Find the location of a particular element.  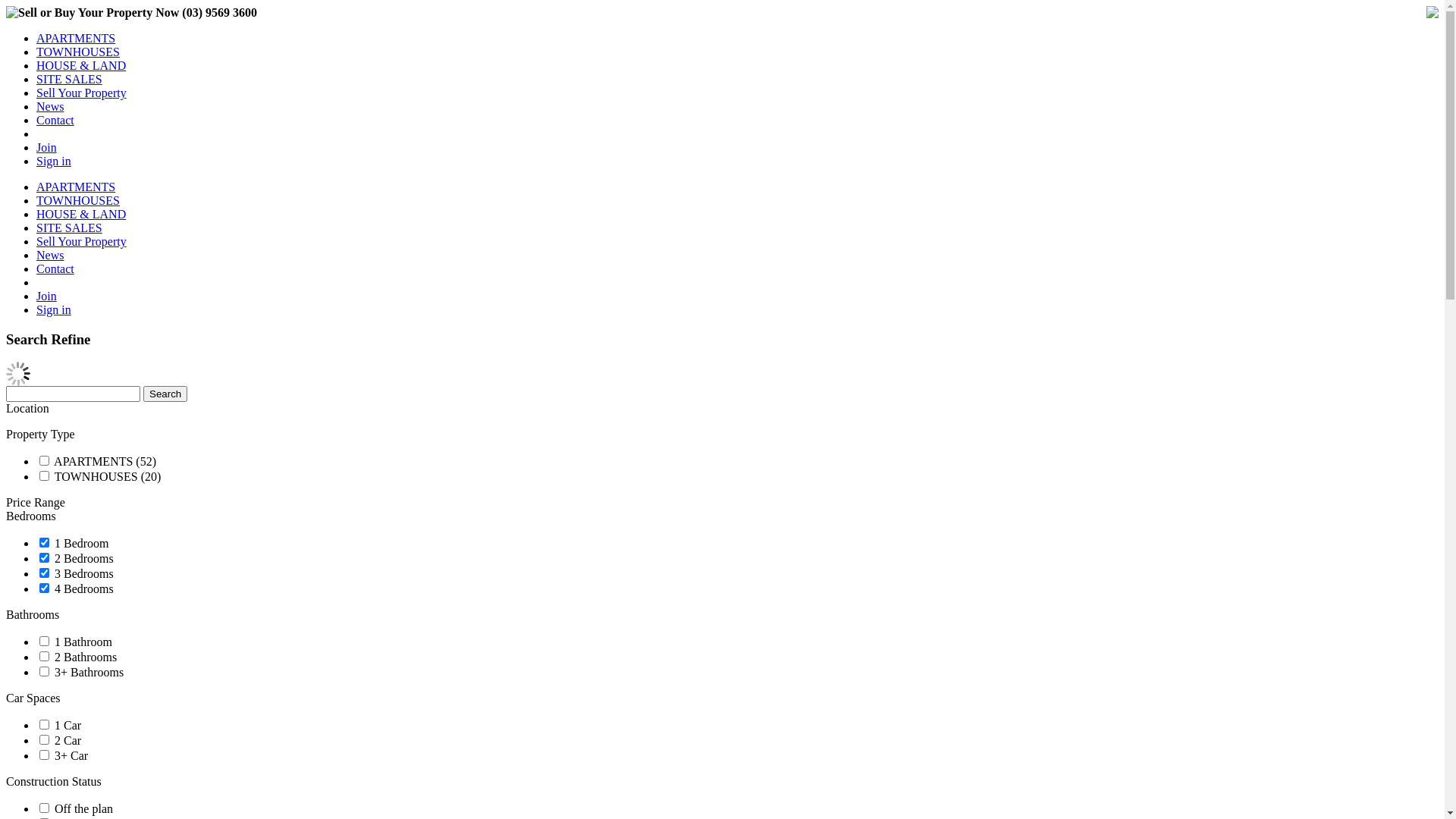

'TOWNHOUSES' is located at coordinates (77, 199).